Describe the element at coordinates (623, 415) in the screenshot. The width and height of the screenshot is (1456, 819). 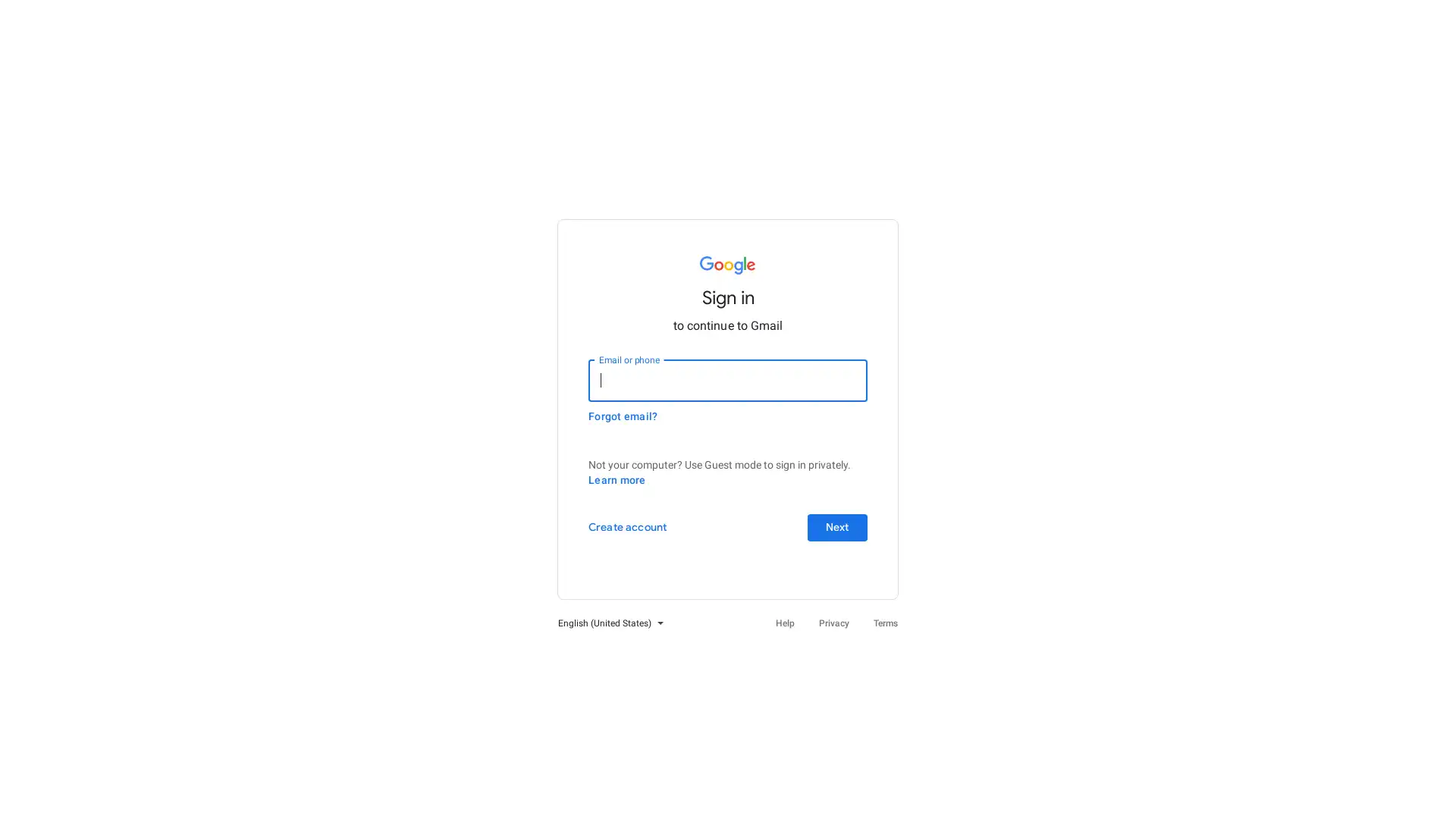
I see `Forgot email?` at that location.